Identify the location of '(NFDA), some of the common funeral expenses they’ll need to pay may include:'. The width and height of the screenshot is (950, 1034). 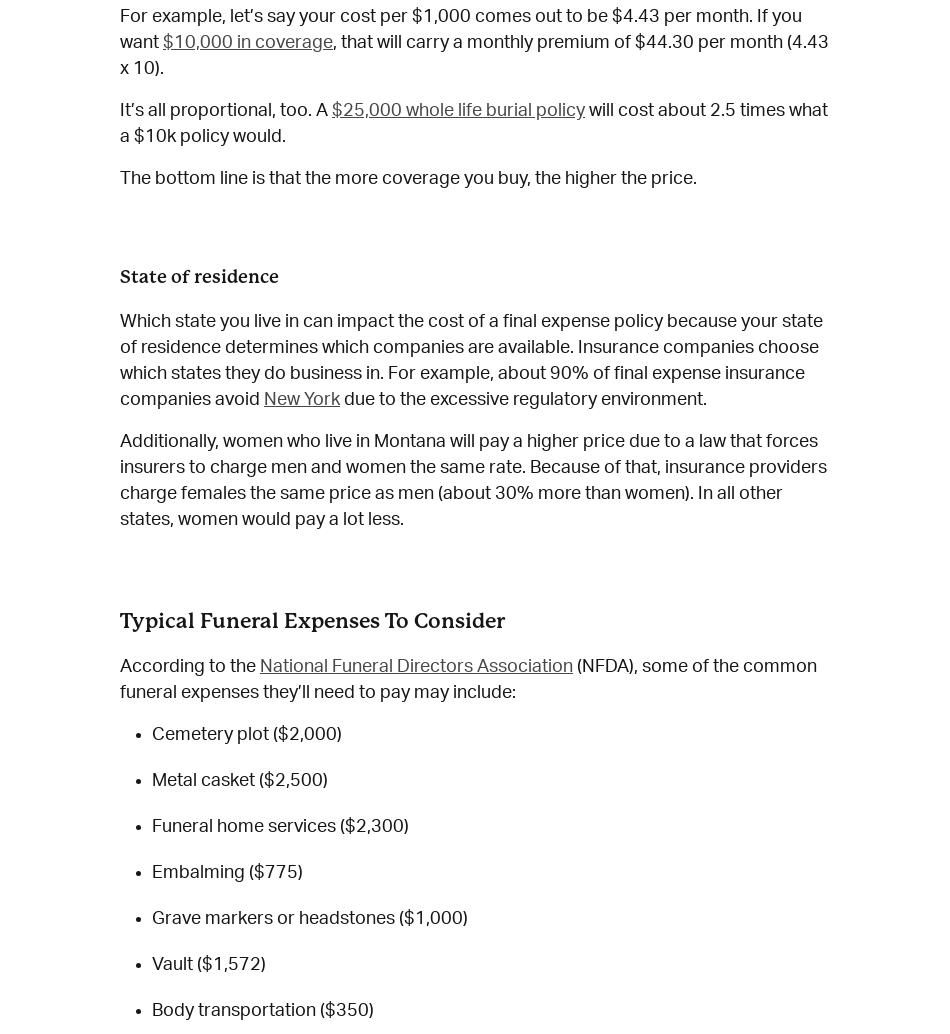
(467, 679).